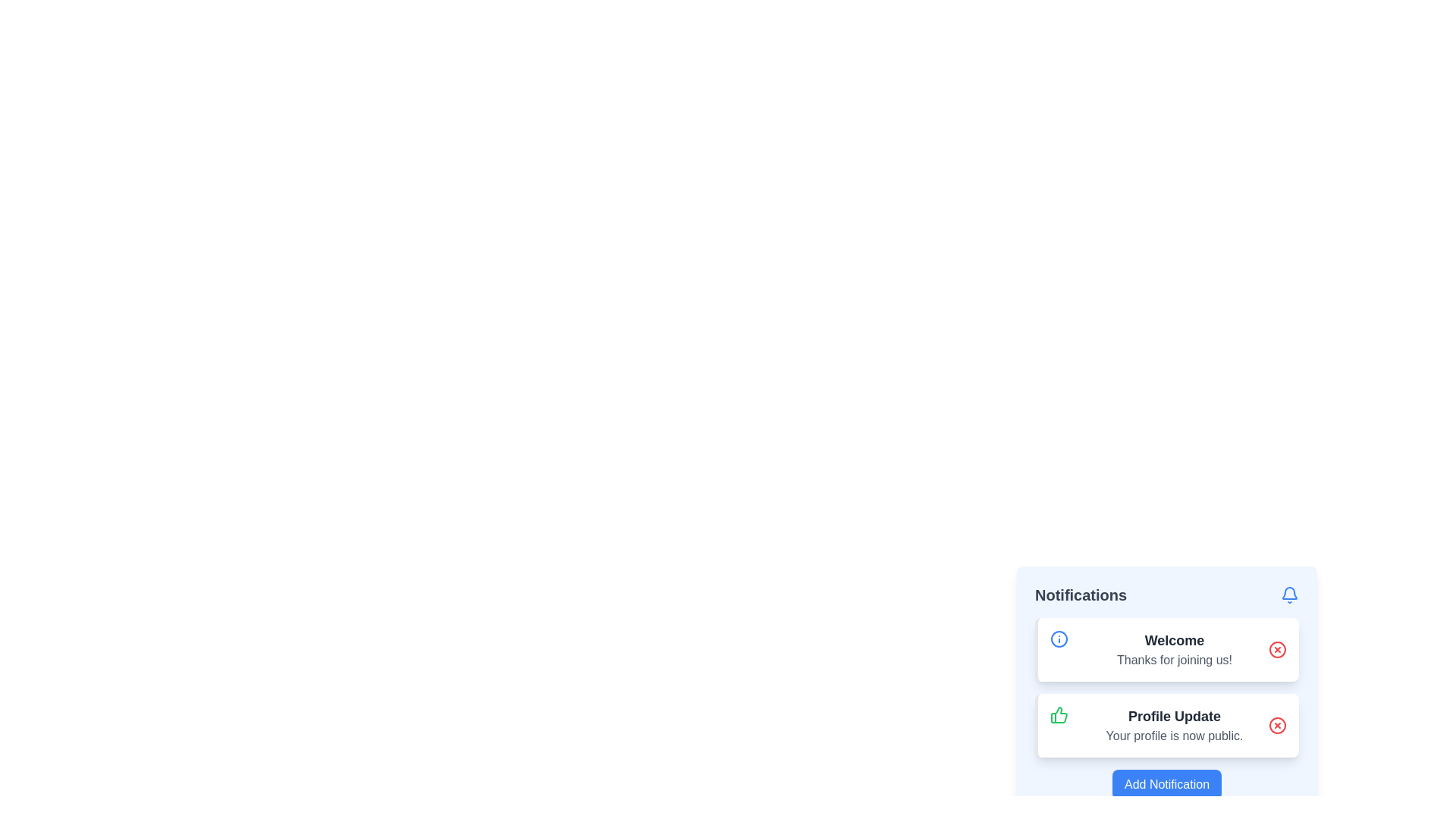  What do you see at coordinates (1174, 640) in the screenshot?
I see `text label displaying 'Welcome' in bold dark gray font located at the top of the first notification card` at bounding box center [1174, 640].